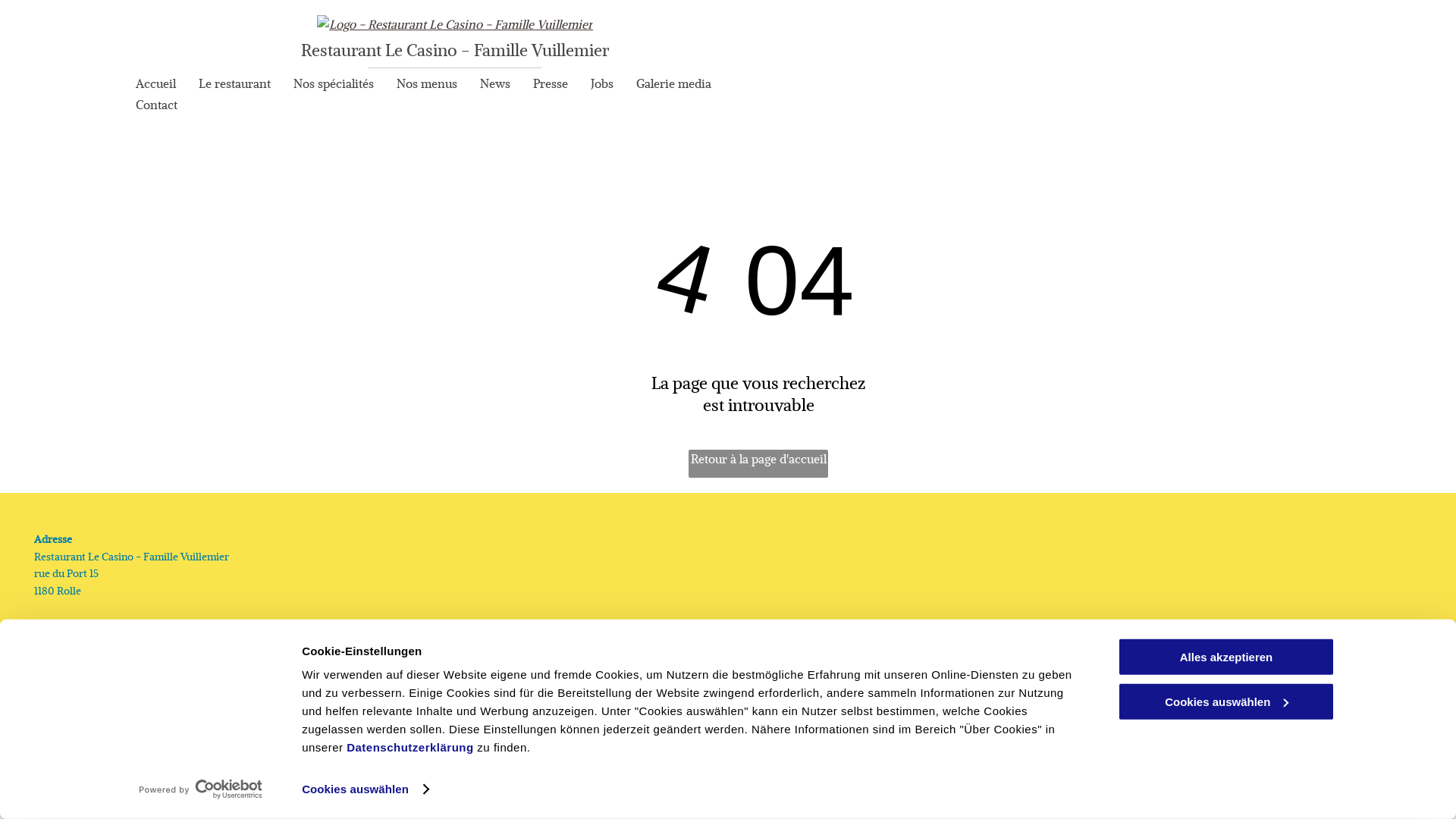  I want to click on 'Galerie media', so click(673, 84).